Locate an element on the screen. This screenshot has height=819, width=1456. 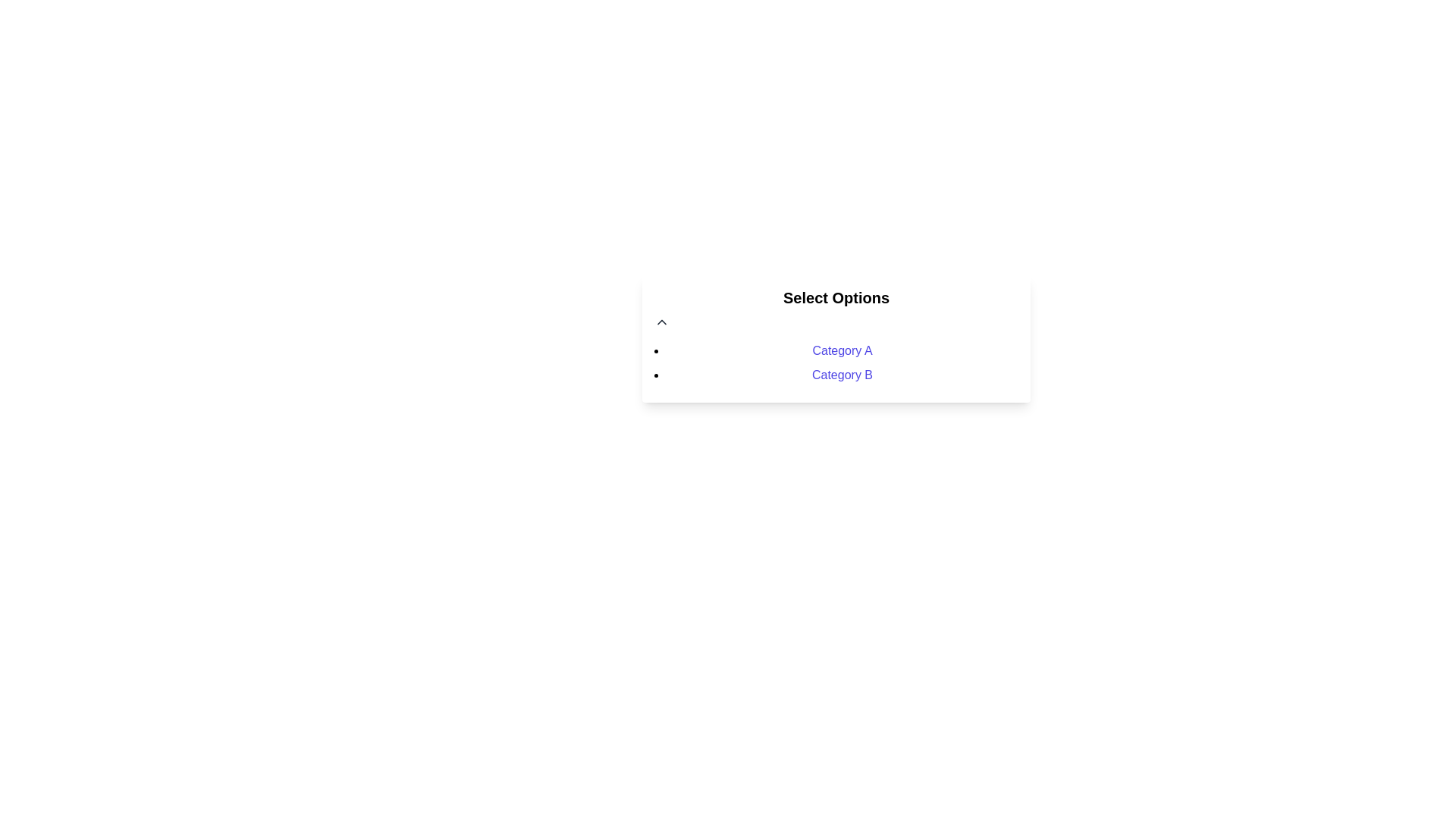
the prominent 'Select Options' text header, styled in bold and black, located at the top of the selection menu is located at coordinates (836, 298).